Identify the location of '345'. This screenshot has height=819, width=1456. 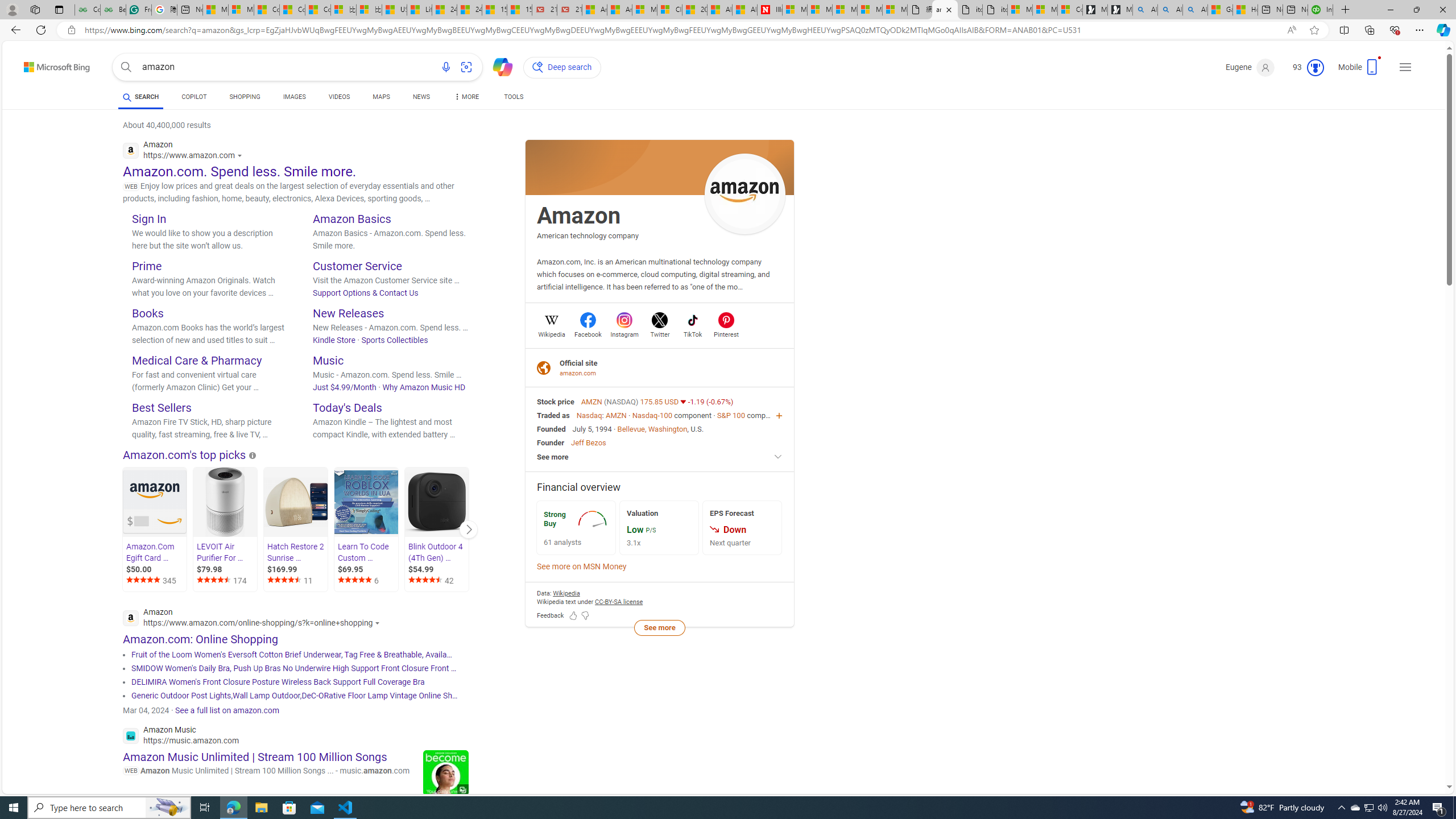
(155, 580).